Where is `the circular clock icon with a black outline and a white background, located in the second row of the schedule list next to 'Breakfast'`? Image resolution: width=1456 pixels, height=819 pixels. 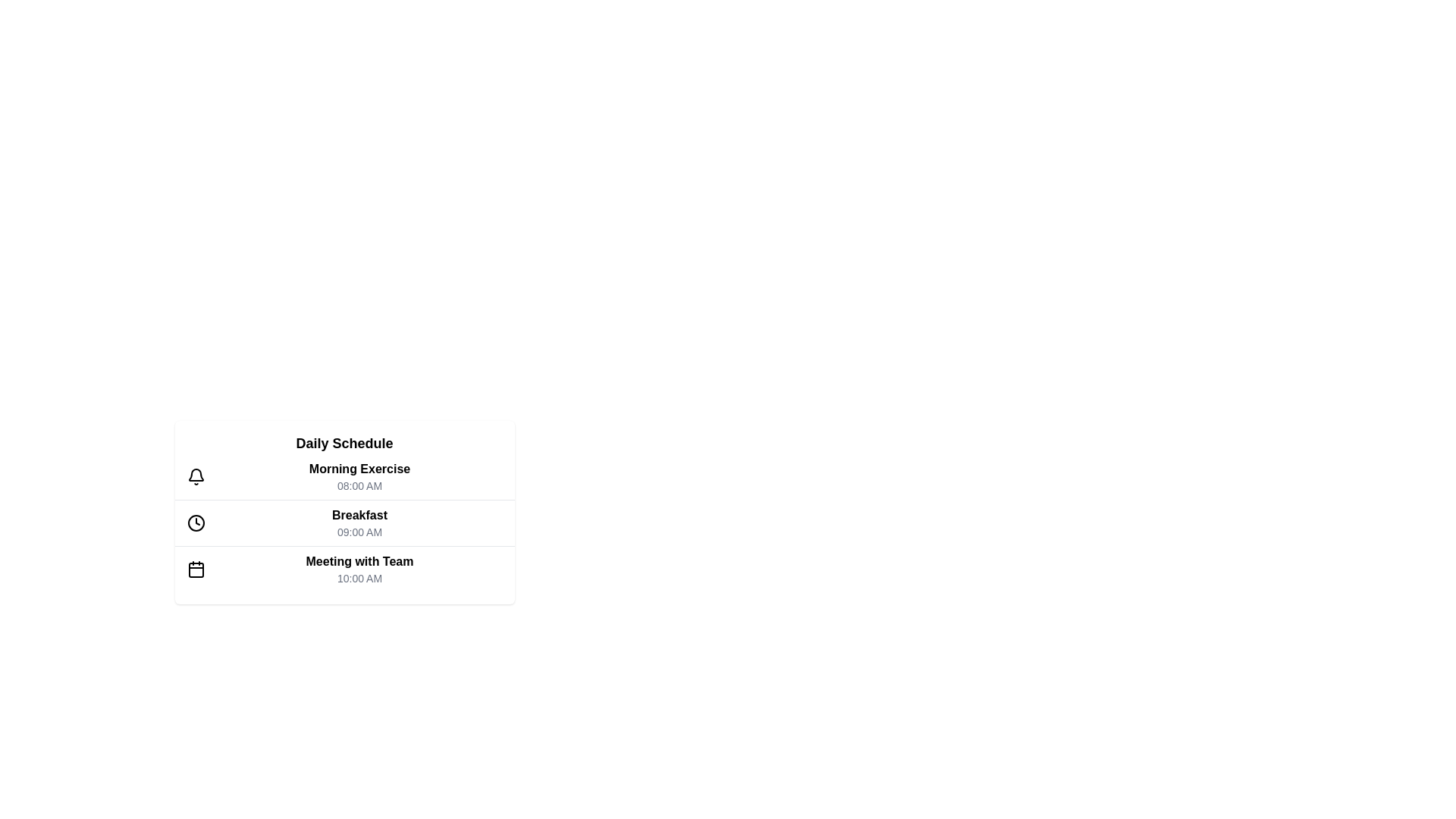 the circular clock icon with a black outline and a white background, located in the second row of the schedule list next to 'Breakfast' is located at coordinates (195, 522).